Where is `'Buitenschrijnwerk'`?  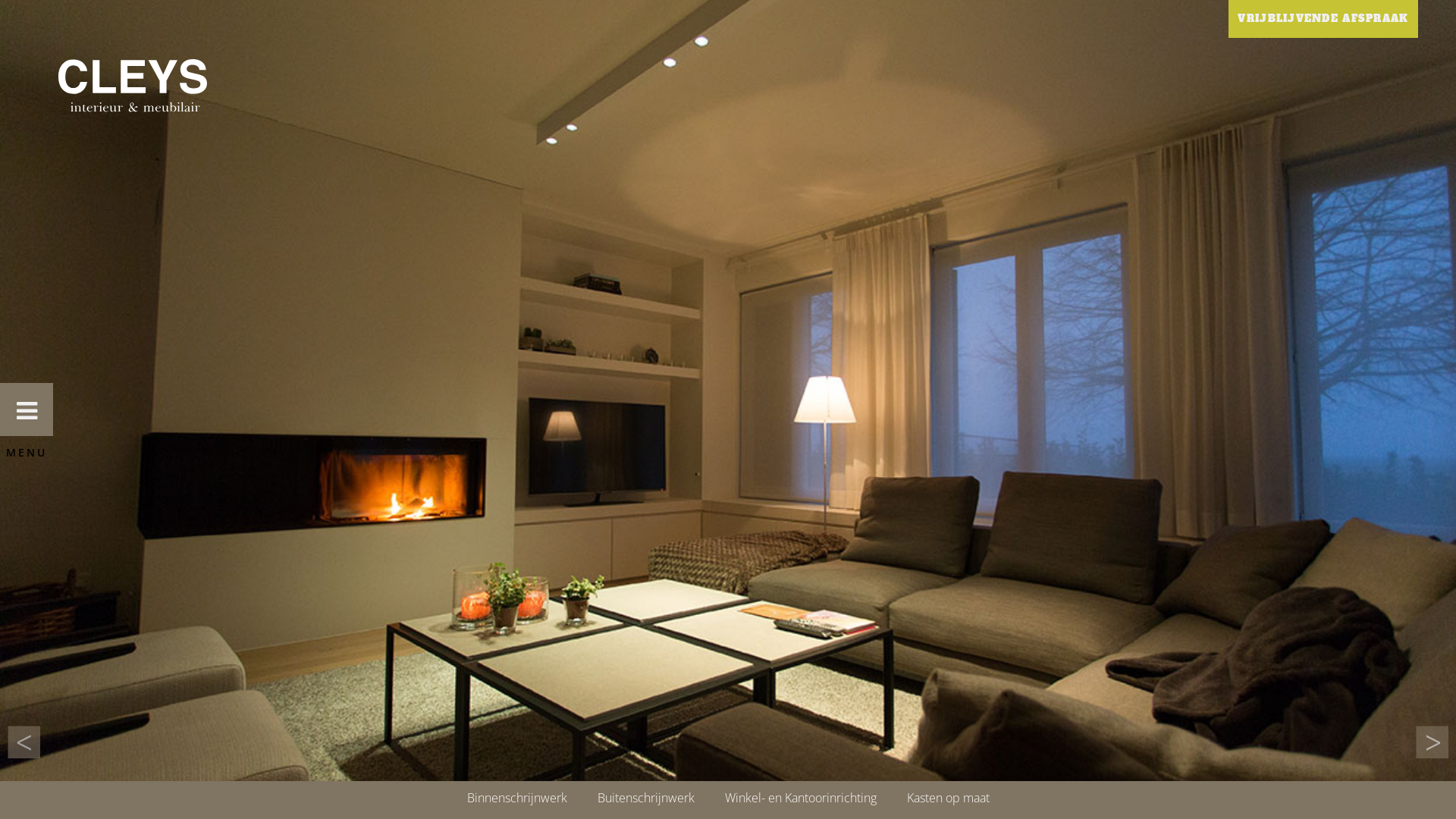 'Buitenschrijnwerk' is located at coordinates (582, 797).